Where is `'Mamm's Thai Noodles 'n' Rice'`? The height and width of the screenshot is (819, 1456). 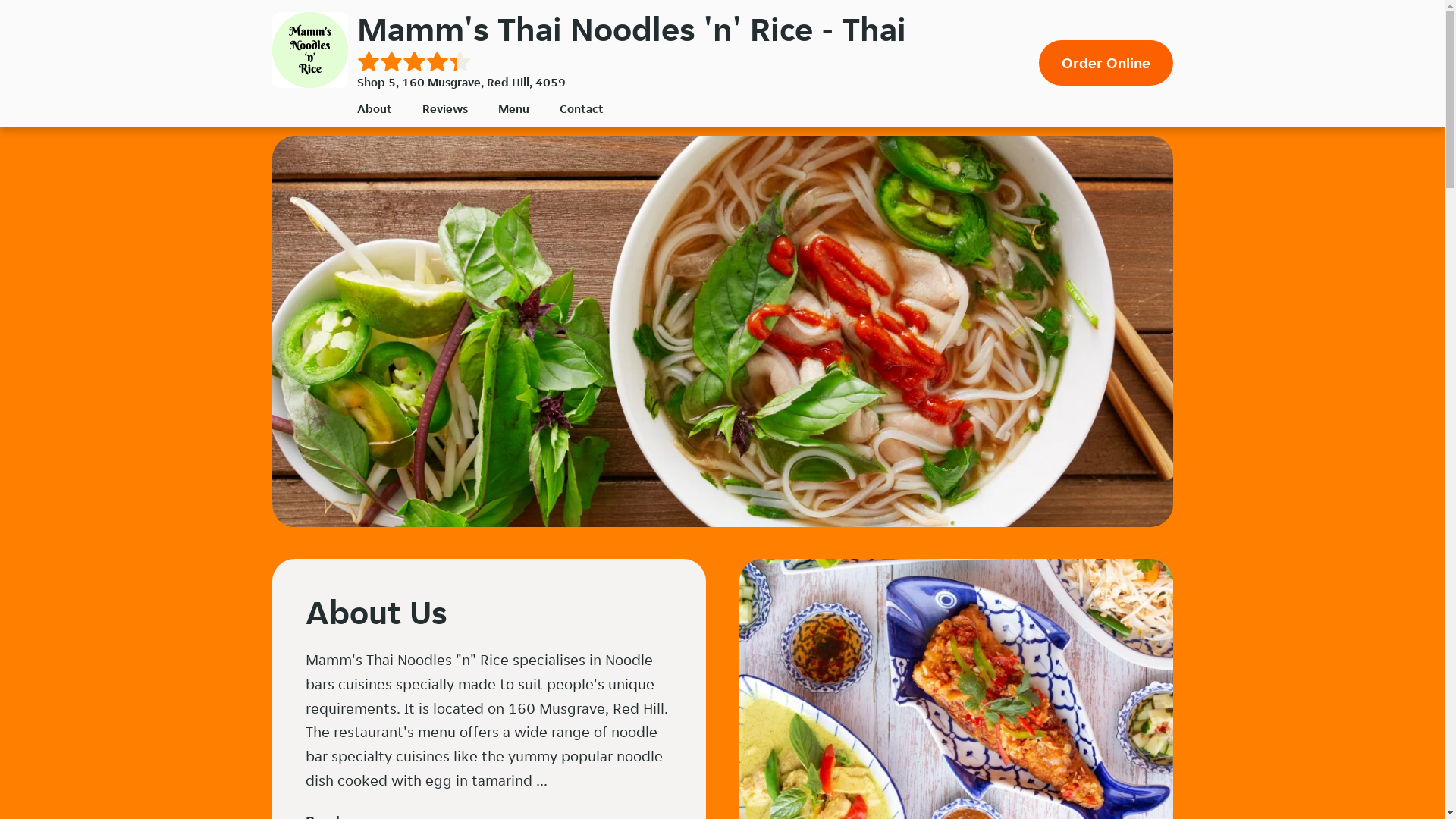
'Mamm's Thai Noodles 'n' Rice' is located at coordinates (271, 49).